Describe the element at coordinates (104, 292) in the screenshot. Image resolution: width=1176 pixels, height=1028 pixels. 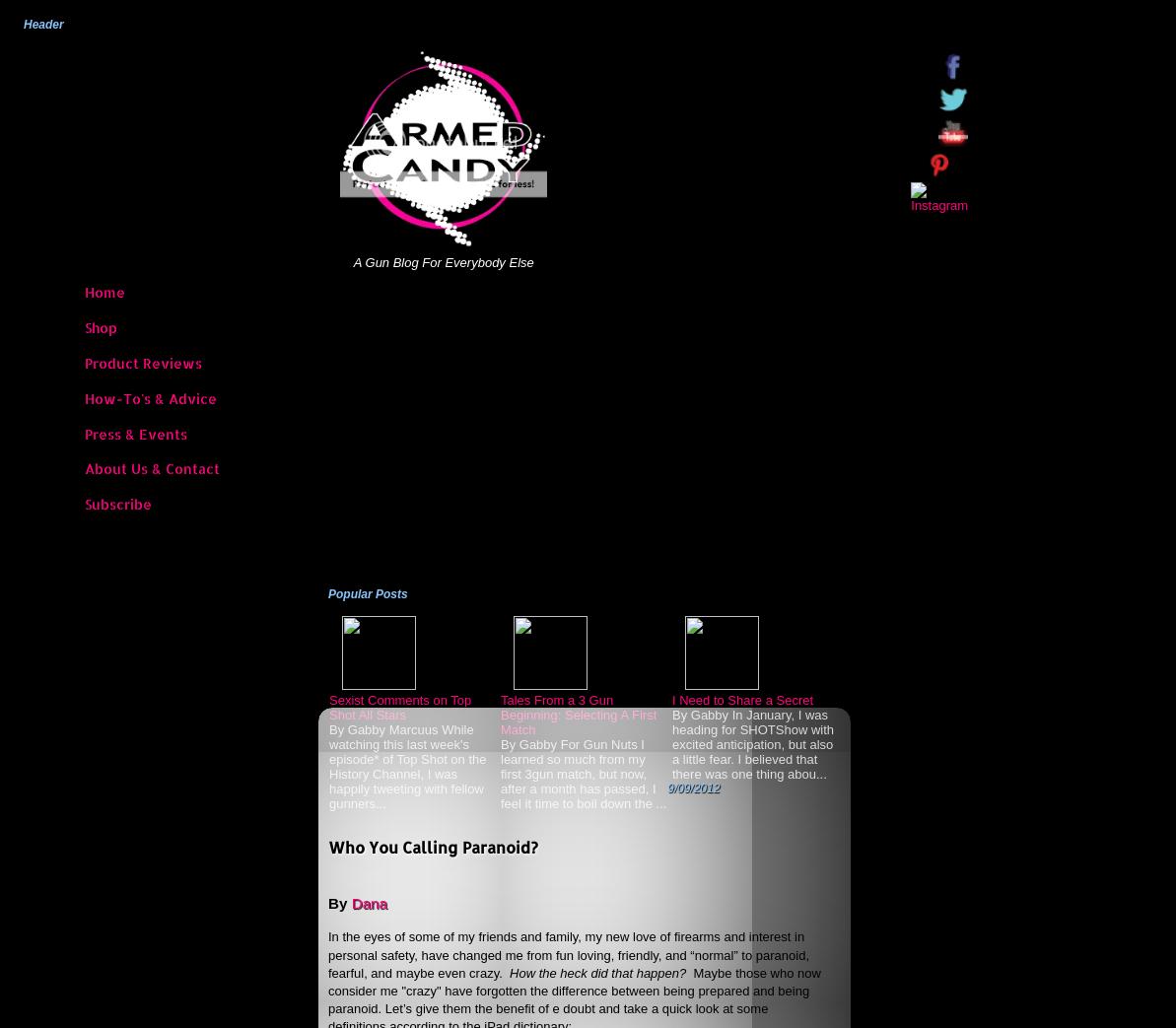
I see `'Home'` at that location.